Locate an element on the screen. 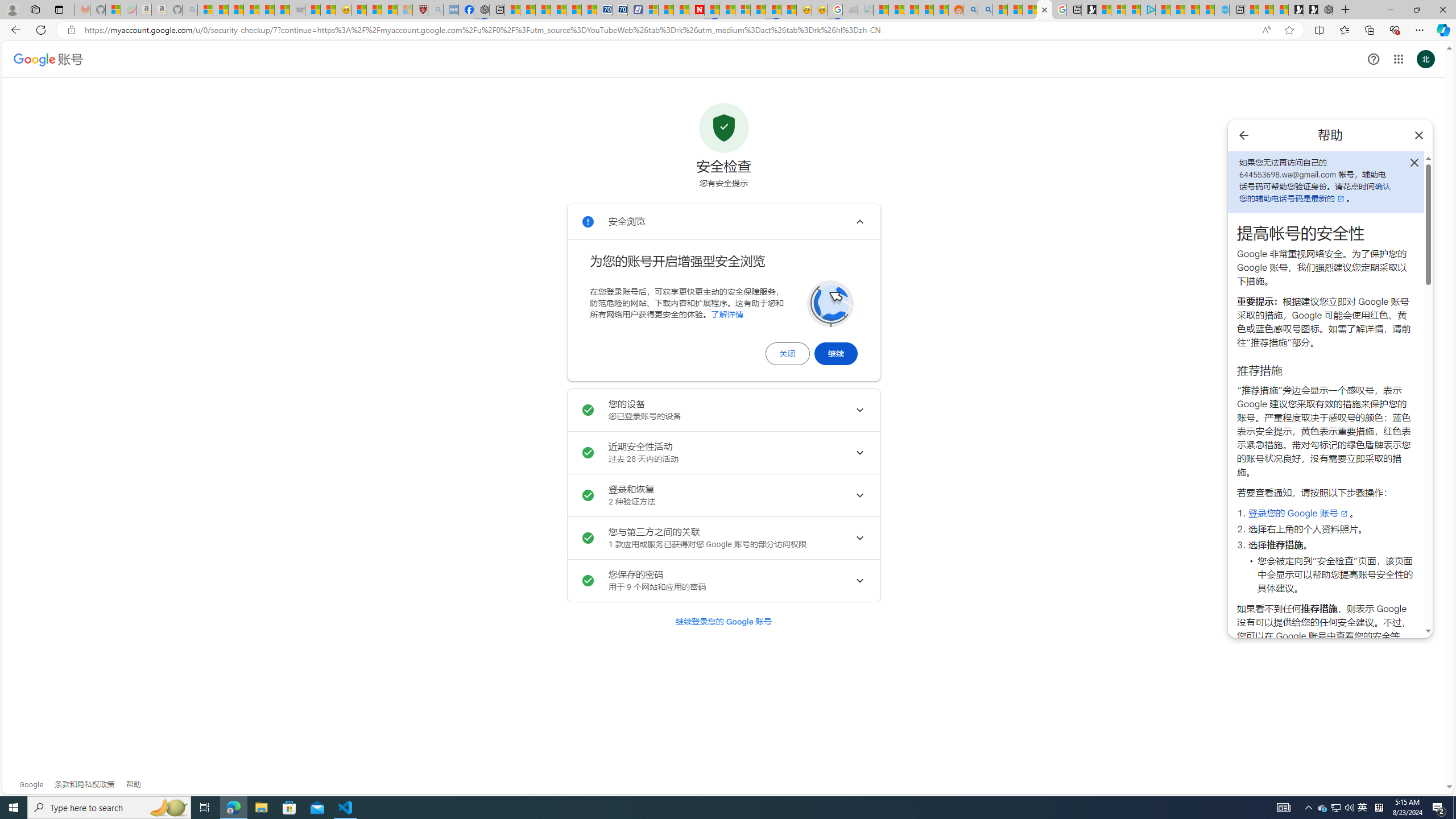 This screenshot has height=819, width=1456. 'Utah sues federal government - Search' is located at coordinates (985, 9).